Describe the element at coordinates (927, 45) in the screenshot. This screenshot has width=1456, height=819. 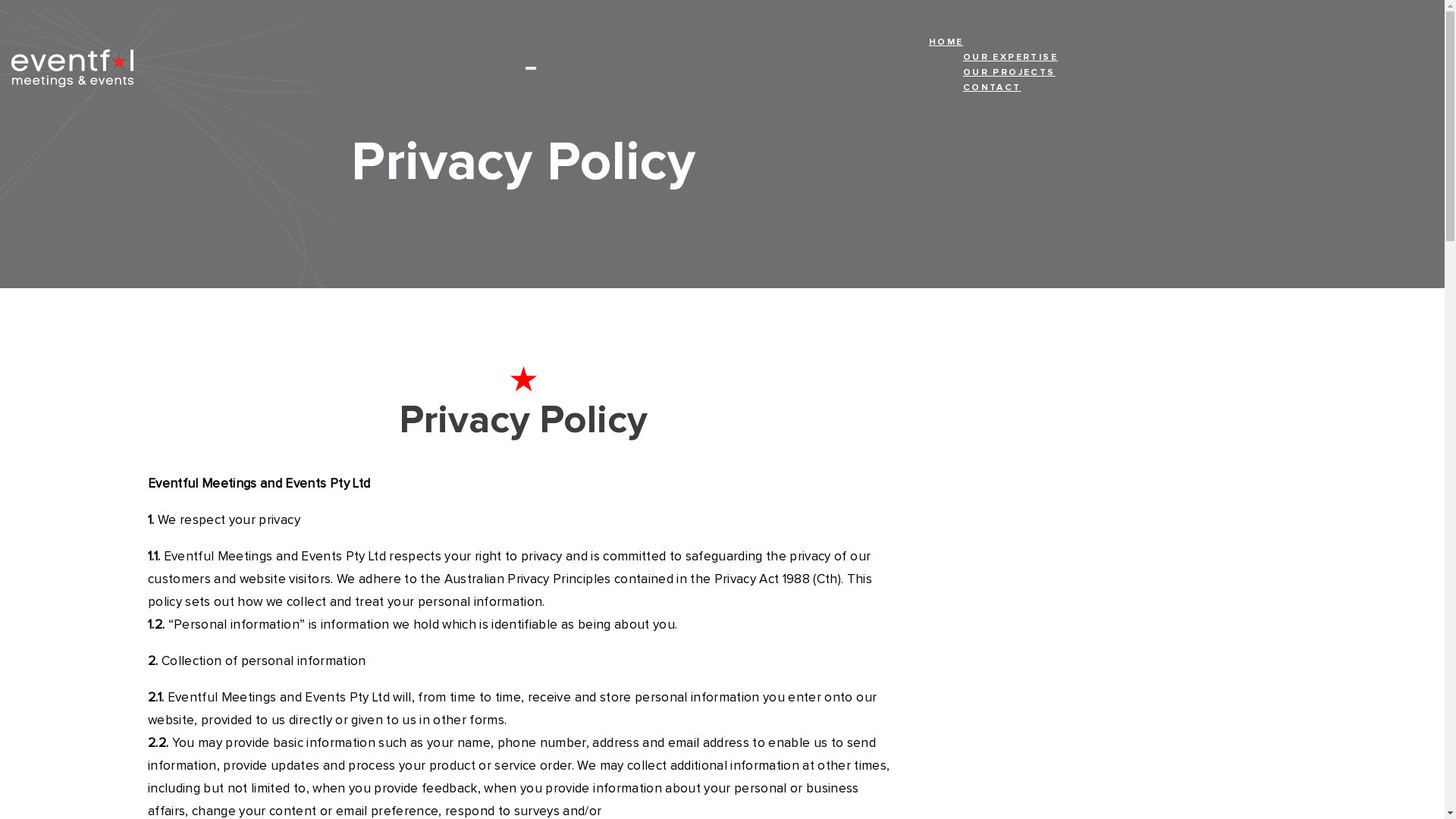
I see `'HOME'` at that location.